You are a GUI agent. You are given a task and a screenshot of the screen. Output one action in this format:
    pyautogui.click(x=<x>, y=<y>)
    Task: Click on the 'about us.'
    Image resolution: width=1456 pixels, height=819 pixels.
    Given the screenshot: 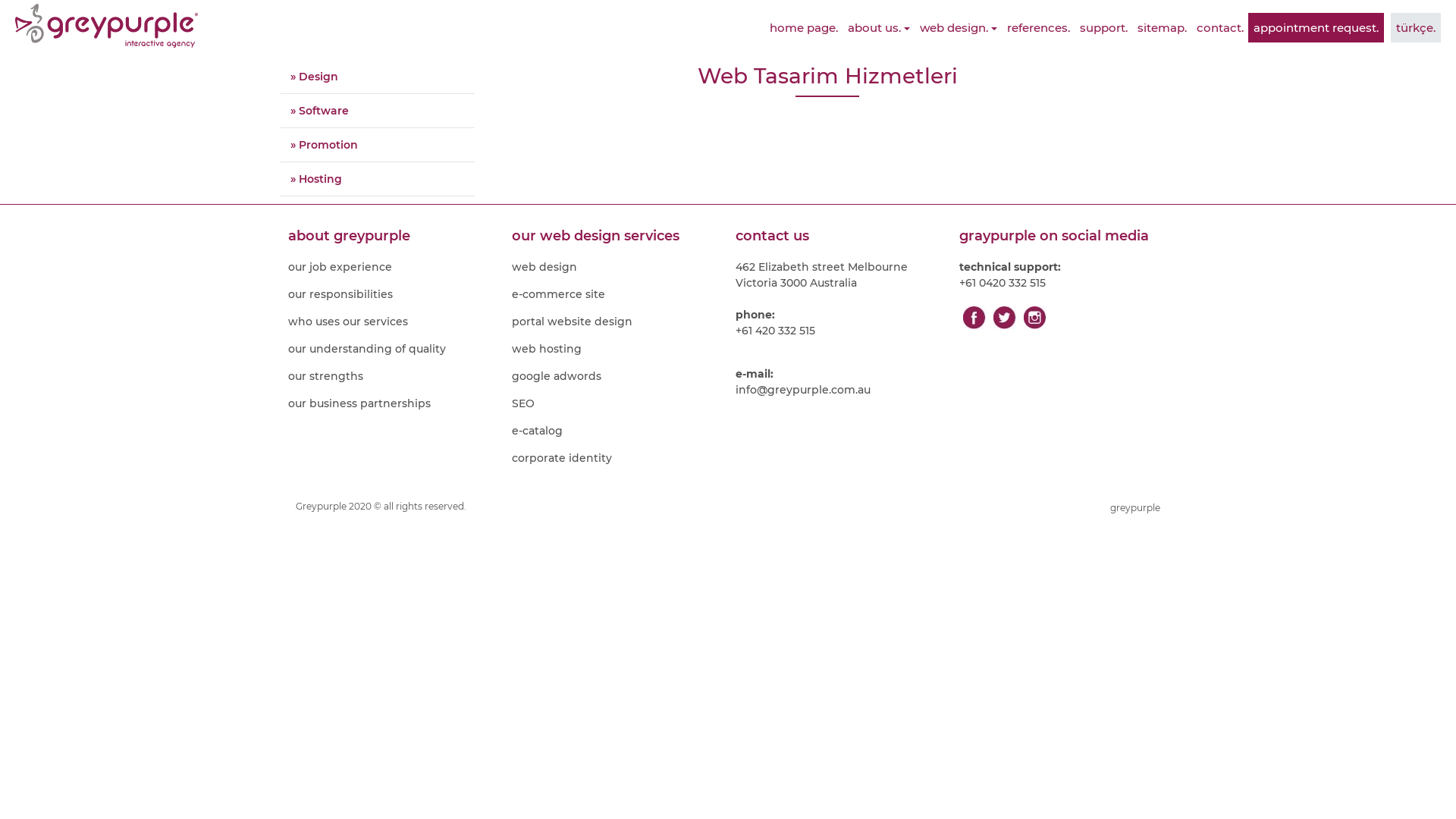 What is the action you would take?
    pyautogui.click(x=878, y=27)
    